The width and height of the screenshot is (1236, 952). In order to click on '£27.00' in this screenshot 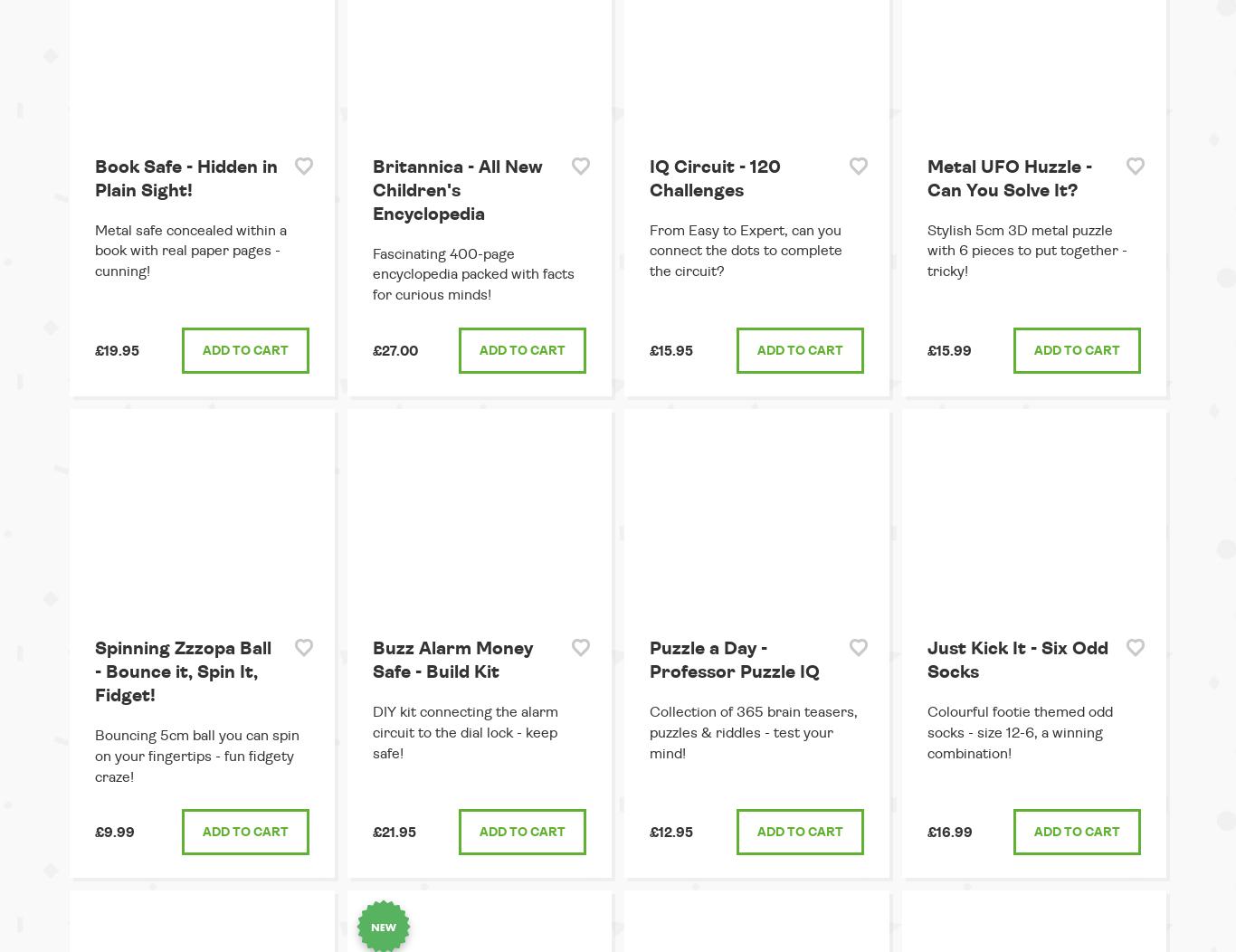, I will do `click(394, 351)`.